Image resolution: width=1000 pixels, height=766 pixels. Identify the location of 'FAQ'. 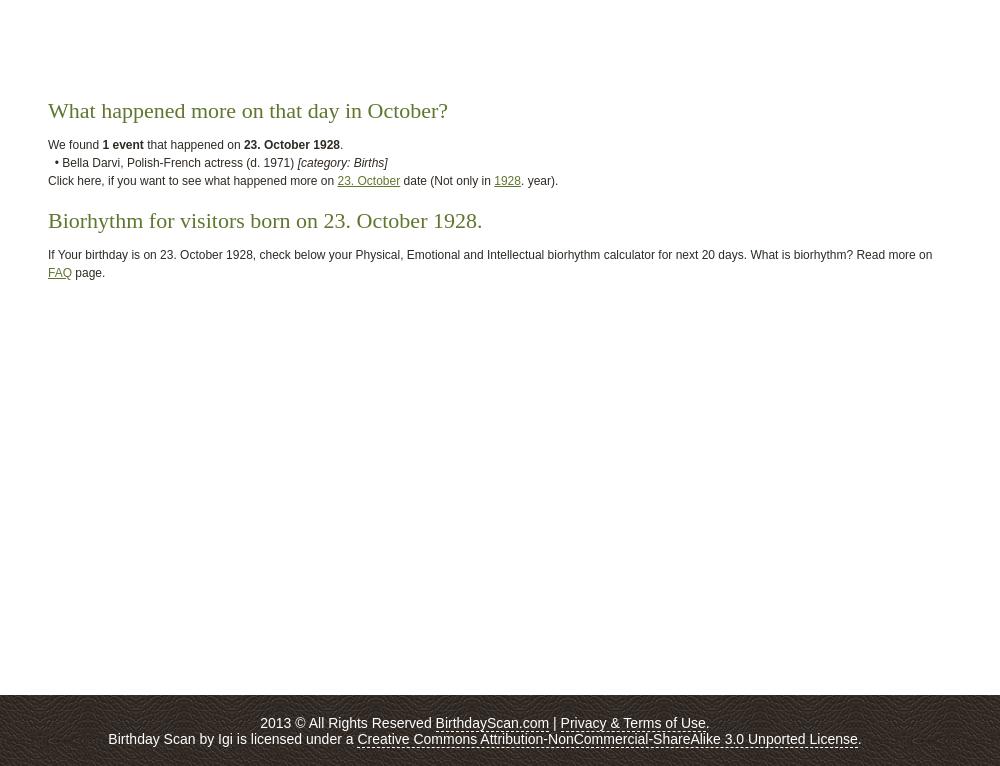
(48, 273).